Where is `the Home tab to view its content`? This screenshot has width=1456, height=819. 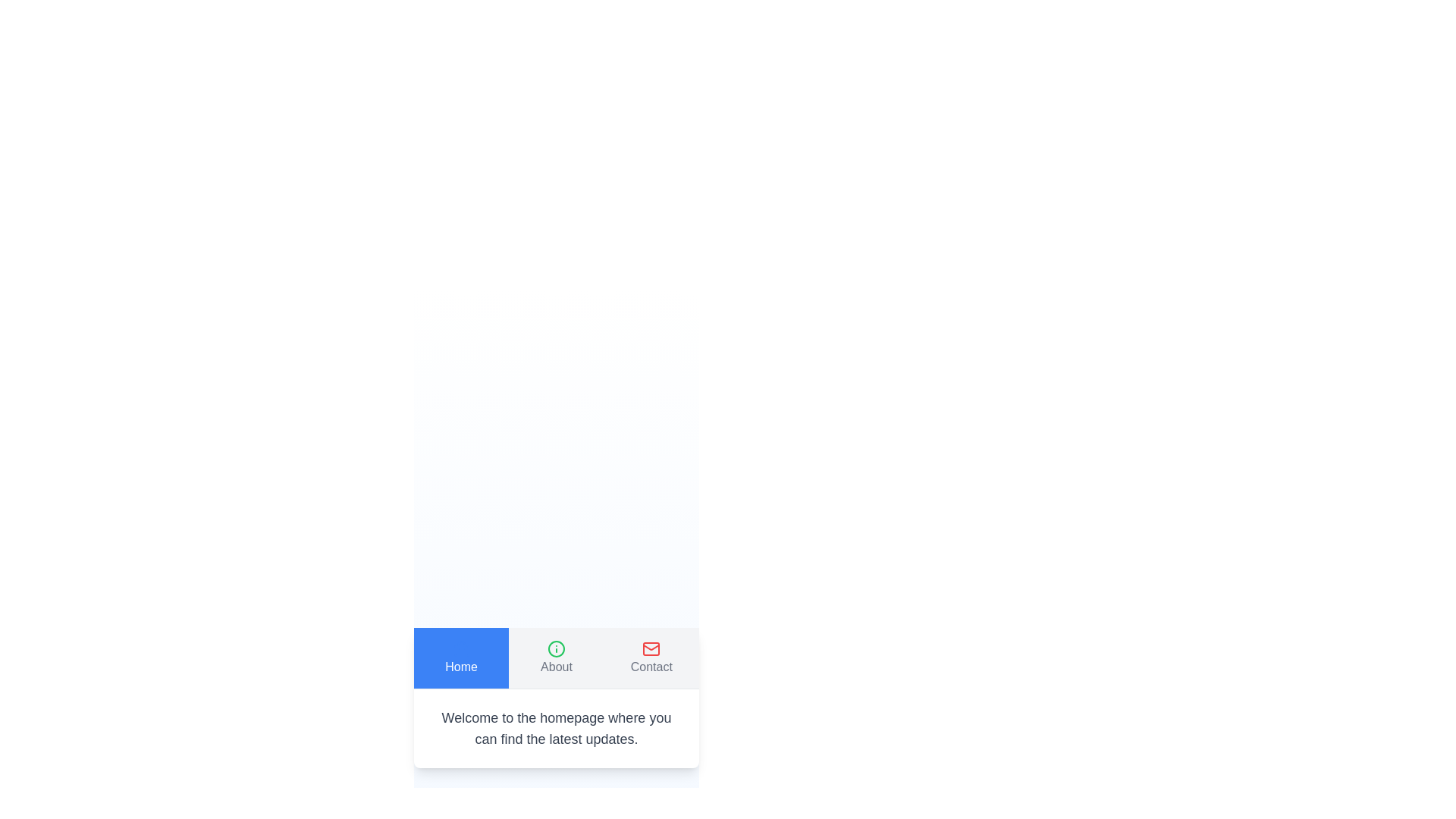 the Home tab to view its content is located at coordinates (460, 657).